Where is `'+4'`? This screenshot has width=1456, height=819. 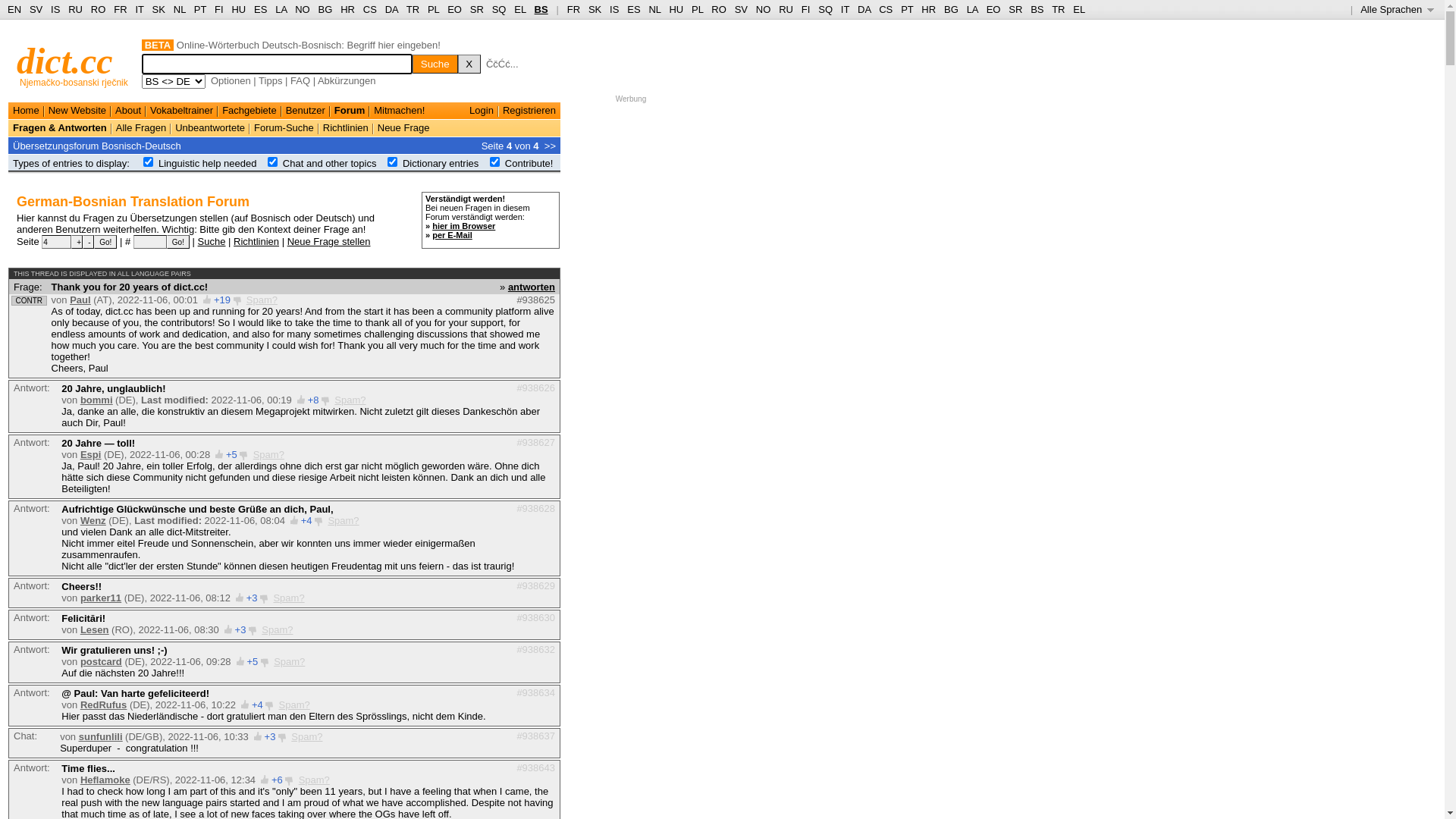 '+4' is located at coordinates (306, 519).